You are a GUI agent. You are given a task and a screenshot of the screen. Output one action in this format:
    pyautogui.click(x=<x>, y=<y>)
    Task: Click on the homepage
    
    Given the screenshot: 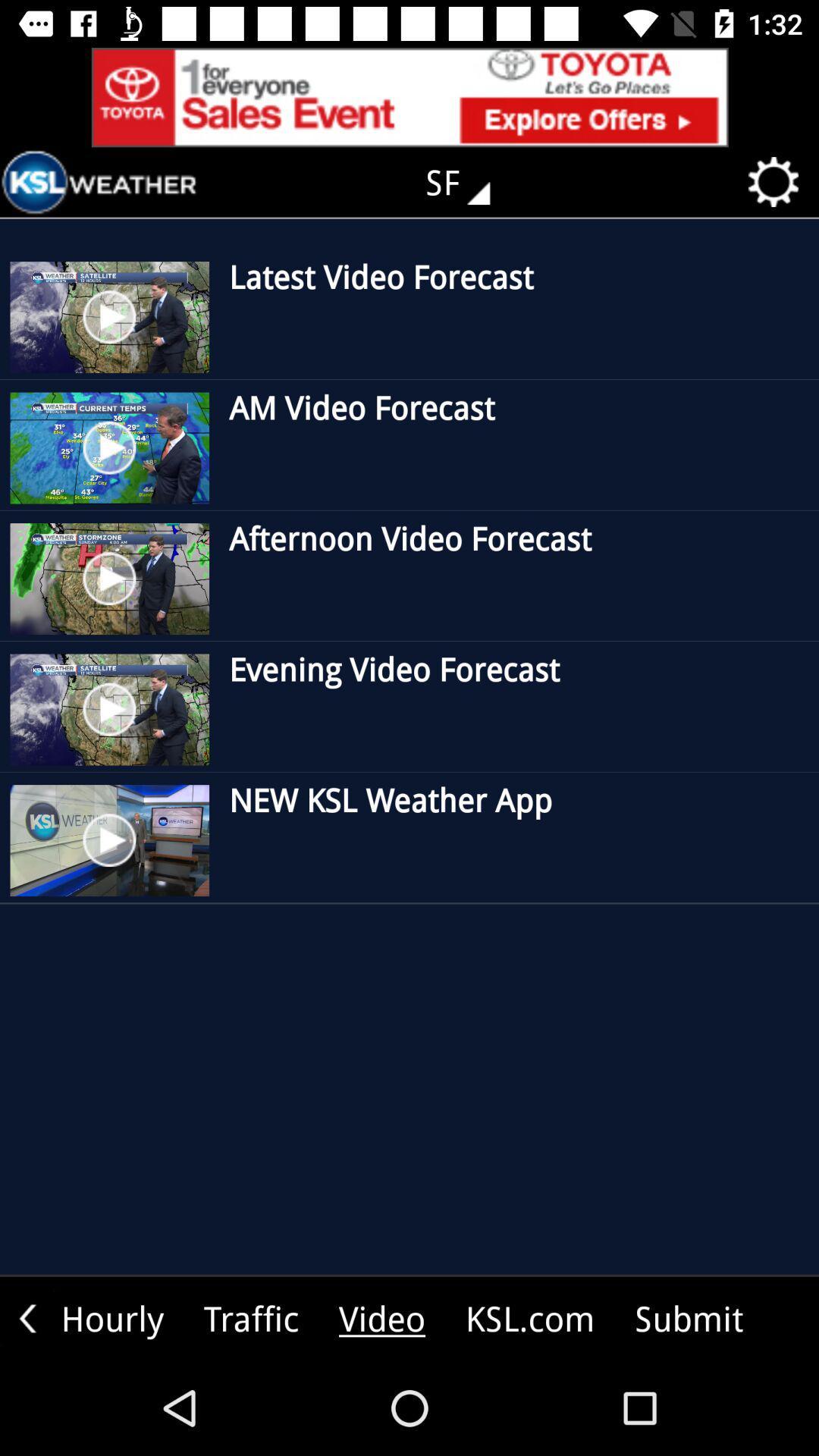 What is the action you would take?
    pyautogui.click(x=99, y=182)
    